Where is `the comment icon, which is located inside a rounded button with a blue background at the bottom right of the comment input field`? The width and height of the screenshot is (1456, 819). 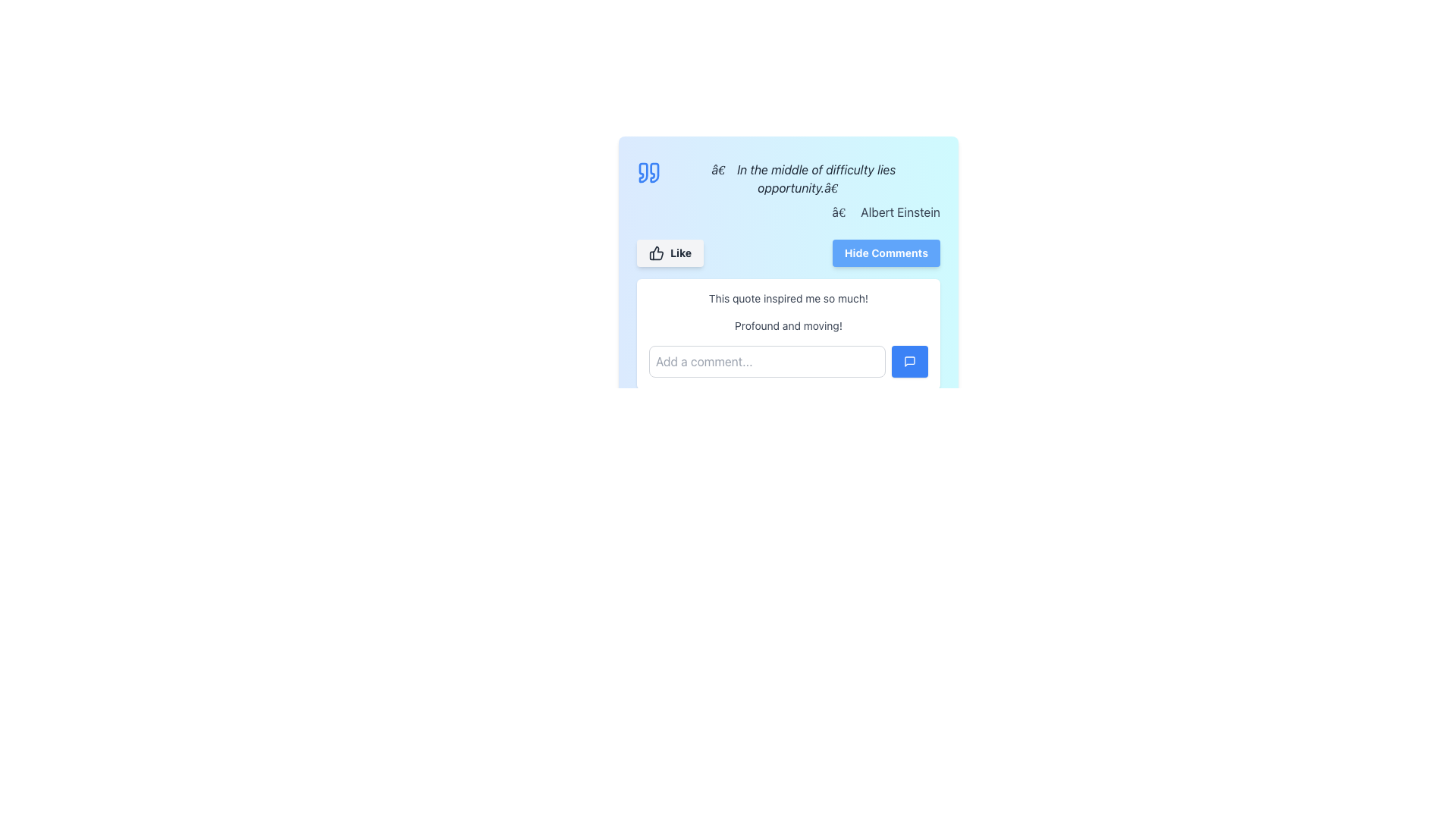
the comment icon, which is located inside a rounded button with a blue background at the bottom right of the comment input field is located at coordinates (910, 362).